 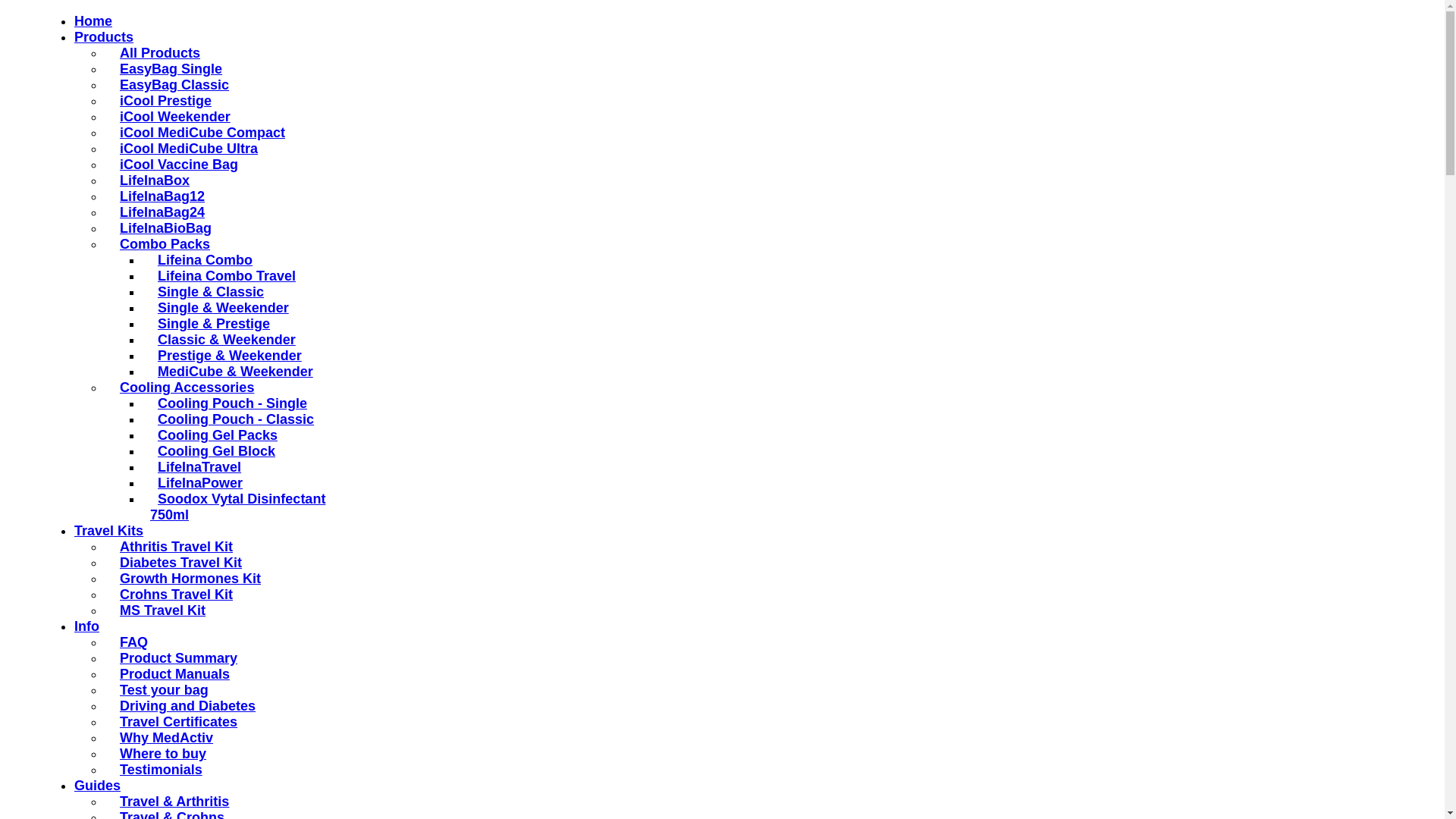 What do you see at coordinates (149, 507) in the screenshot?
I see `'Soodox Vytal Disinfectant 750ml'` at bounding box center [149, 507].